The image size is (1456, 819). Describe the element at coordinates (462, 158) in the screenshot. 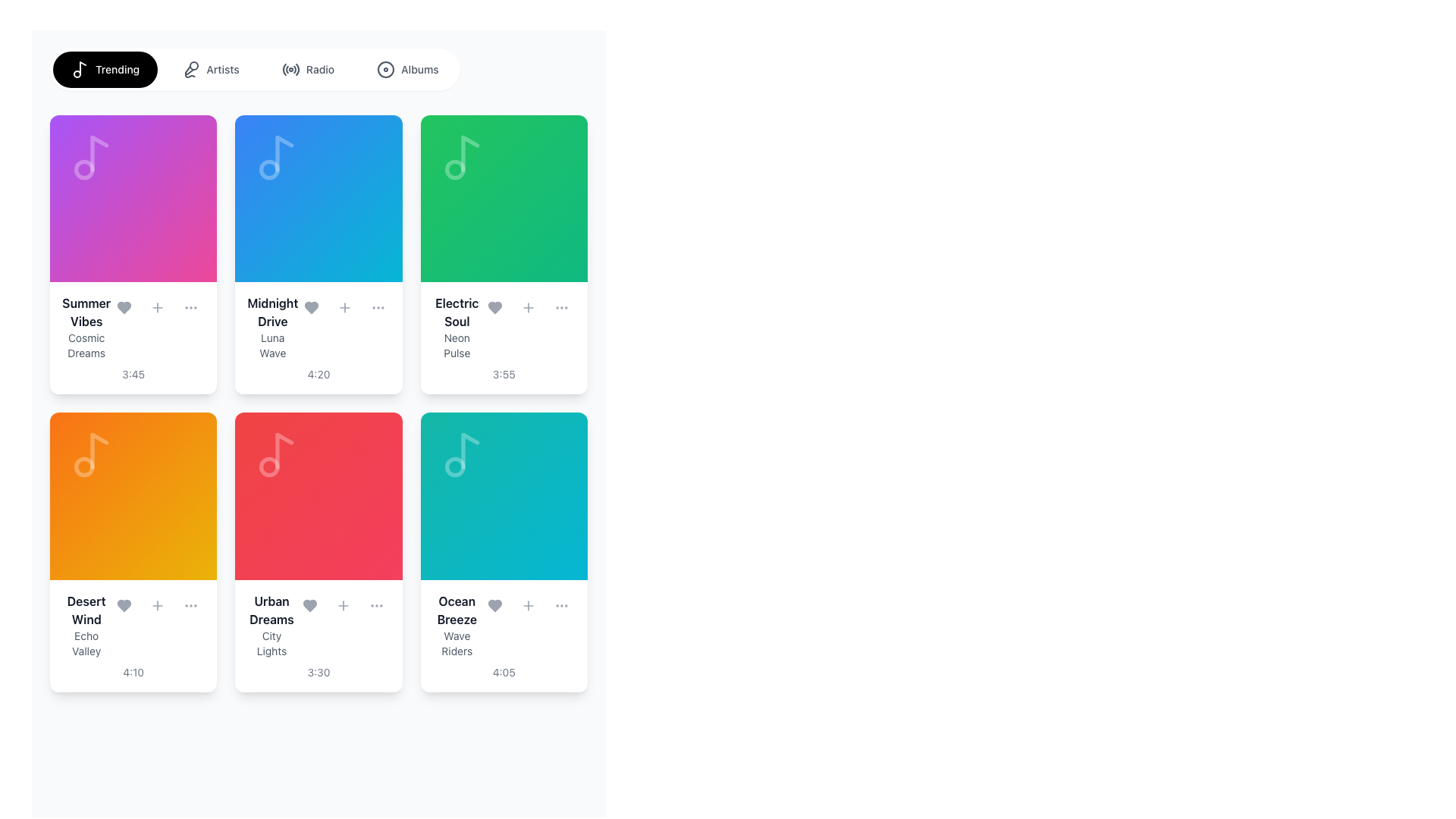

I see `the musical note icon, which is a minimalistic SVG vector graphic with a light gray color, located in the top area of the 'Electric Soul' card in the first row and third column of the grid` at that location.